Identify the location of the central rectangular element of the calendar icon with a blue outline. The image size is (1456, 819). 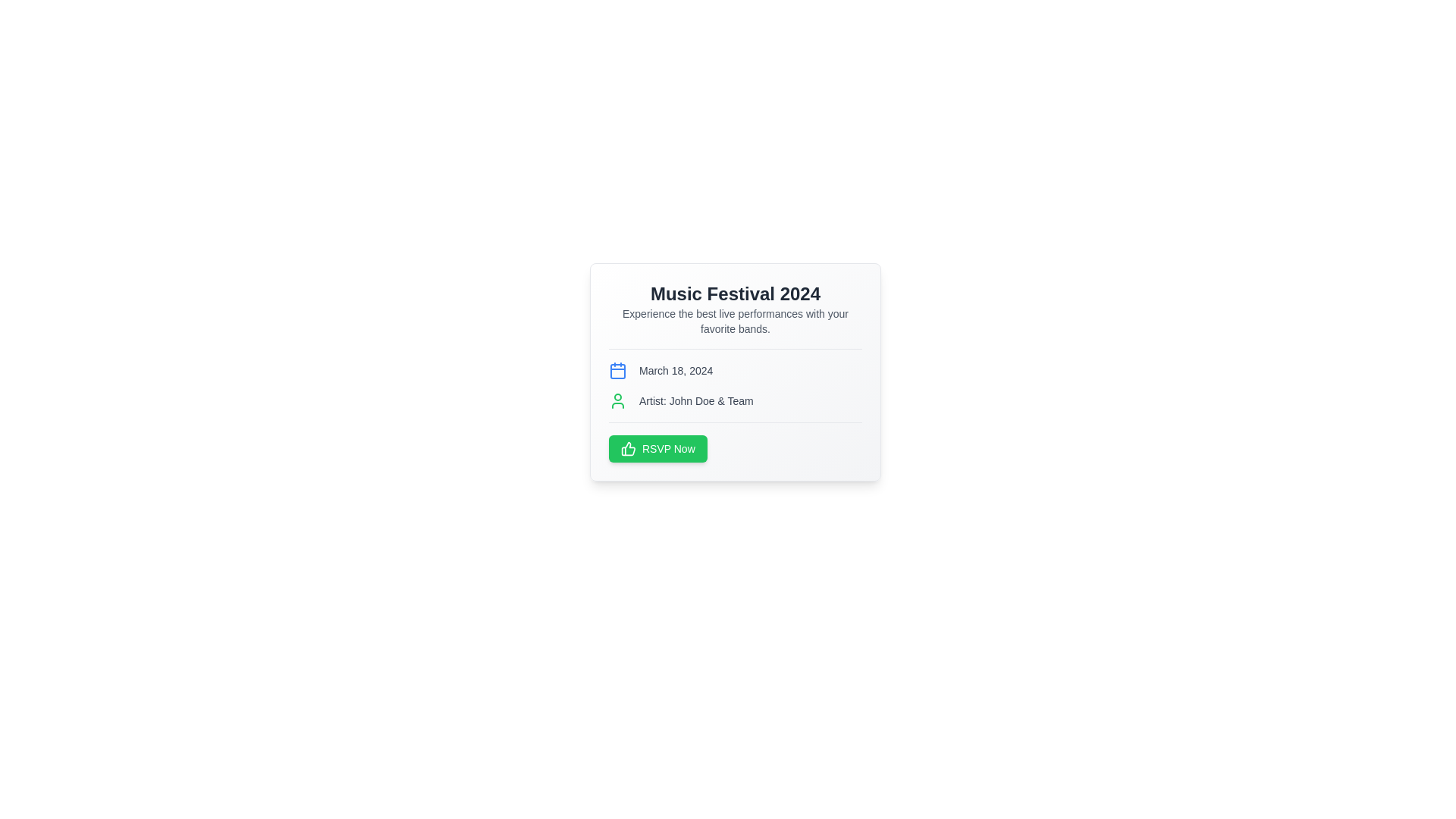
(618, 371).